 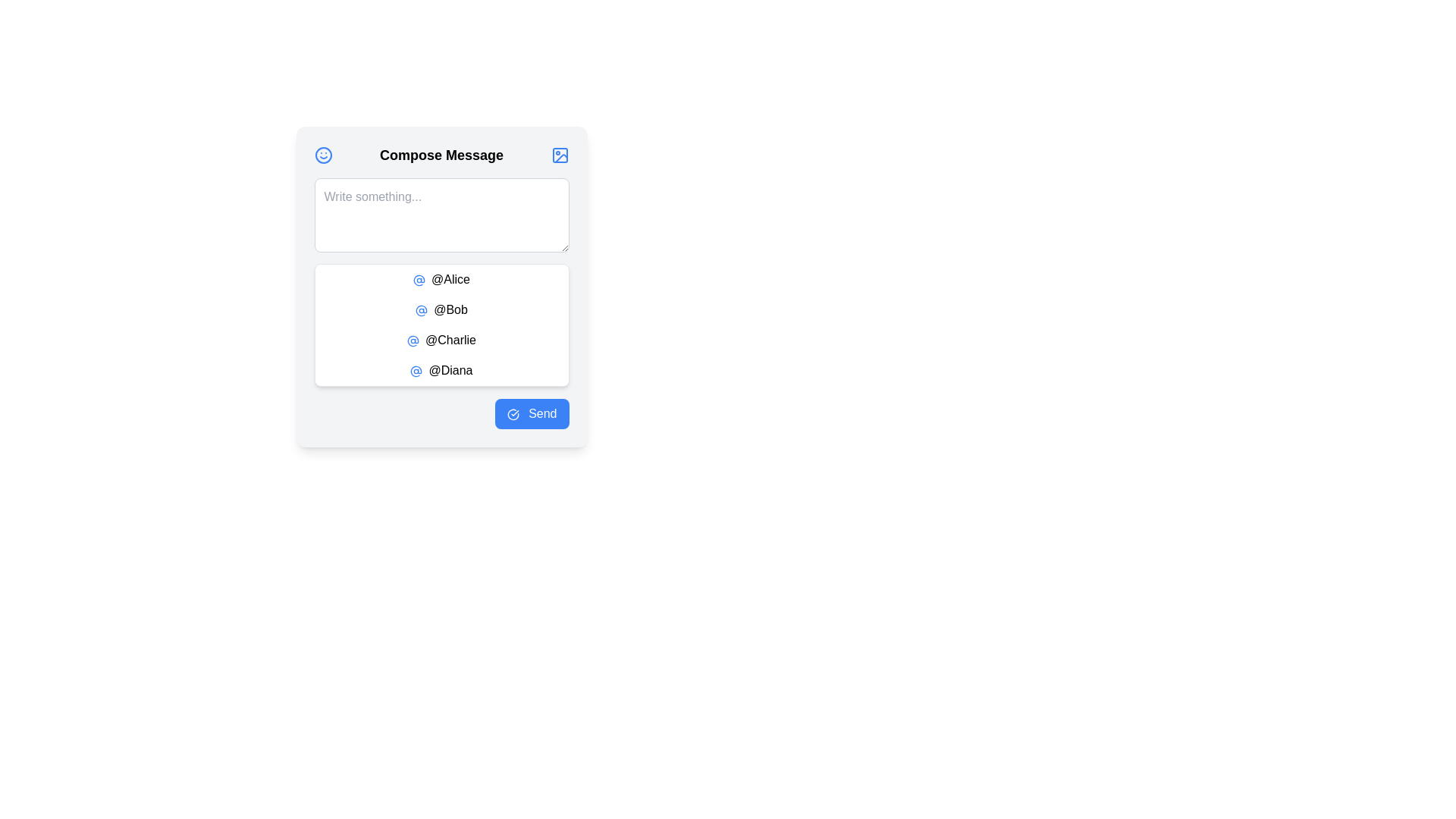 I want to click on the list item displaying the username '@Charlie', so click(x=441, y=339).